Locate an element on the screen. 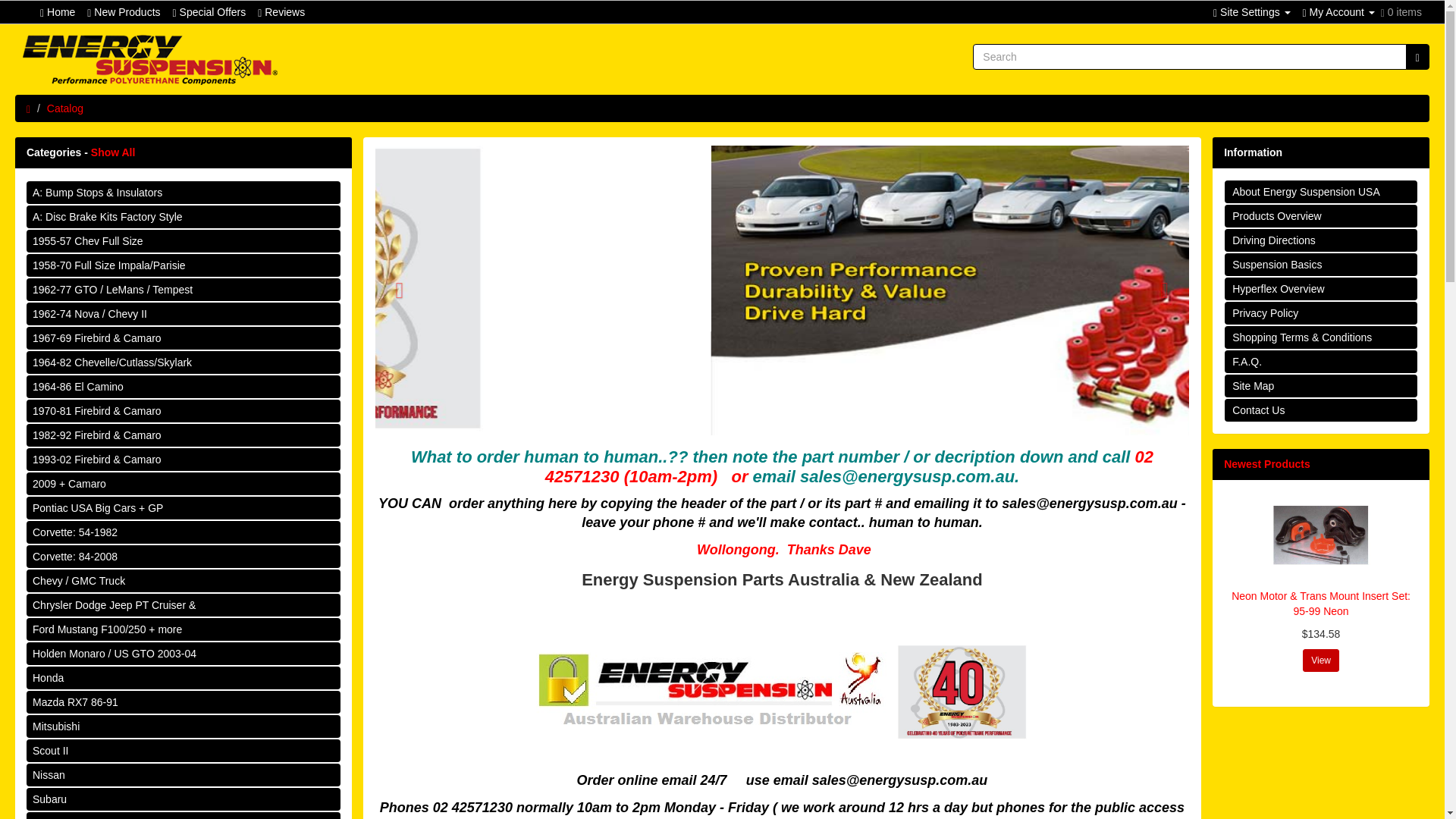  'Driving Directions' is located at coordinates (1320, 239).